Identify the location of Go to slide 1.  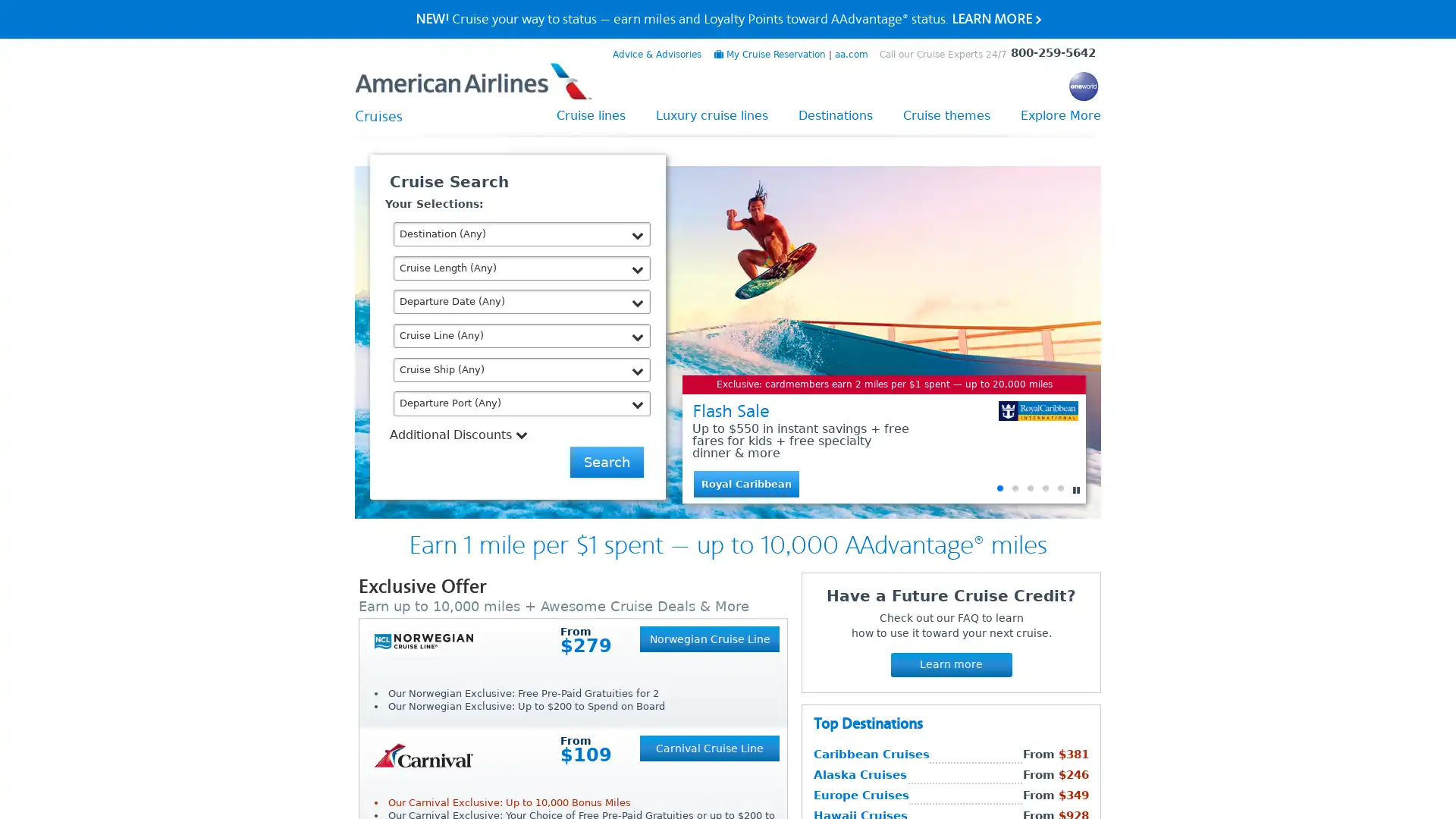
(999, 488).